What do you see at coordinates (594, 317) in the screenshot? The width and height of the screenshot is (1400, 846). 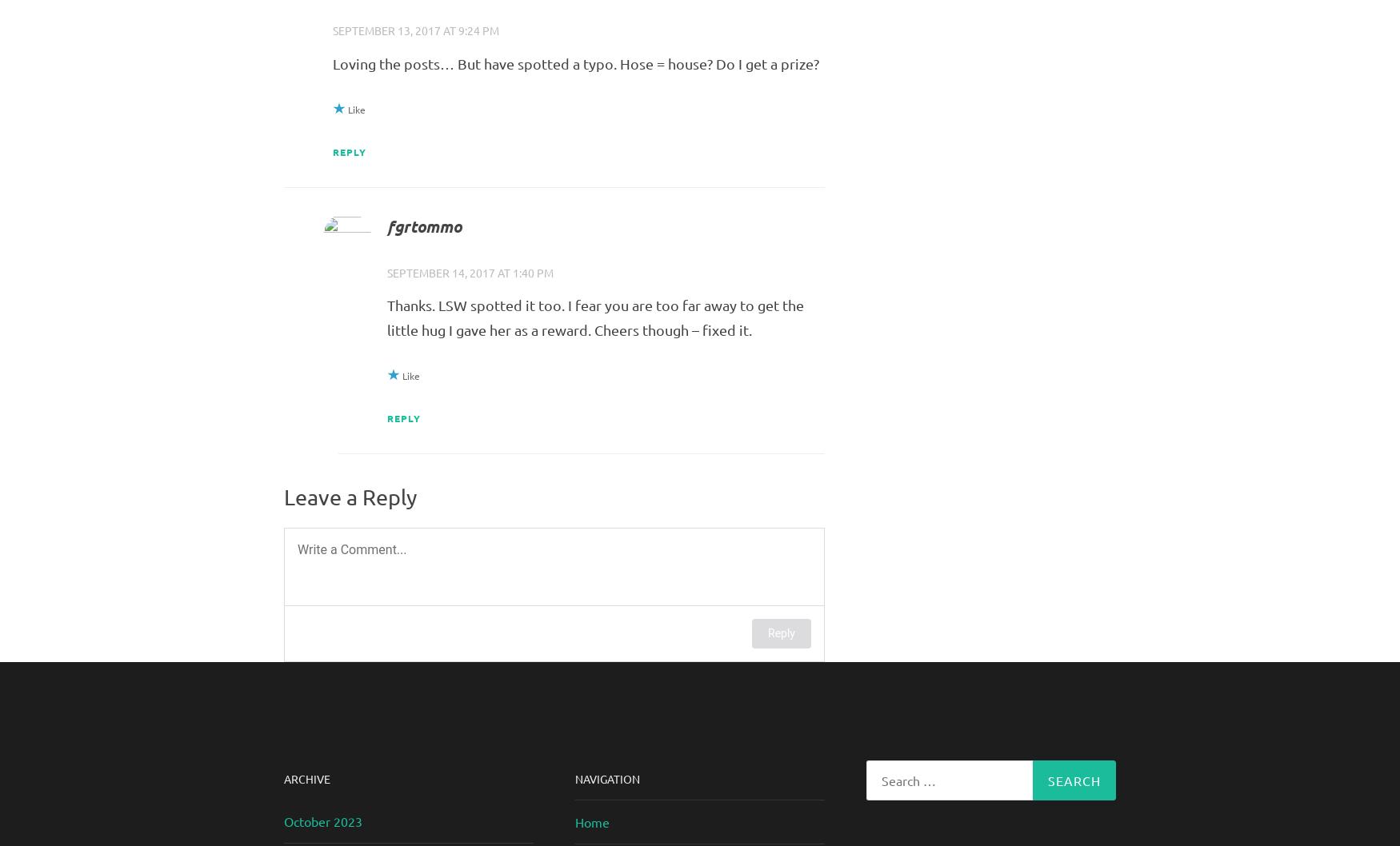 I see `'Thanks.  LSW spotted it too.  I fear you are too far away to get the little hug I gave her as a reward.  Cheers though – fixed it.'` at bounding box center [594, 317].